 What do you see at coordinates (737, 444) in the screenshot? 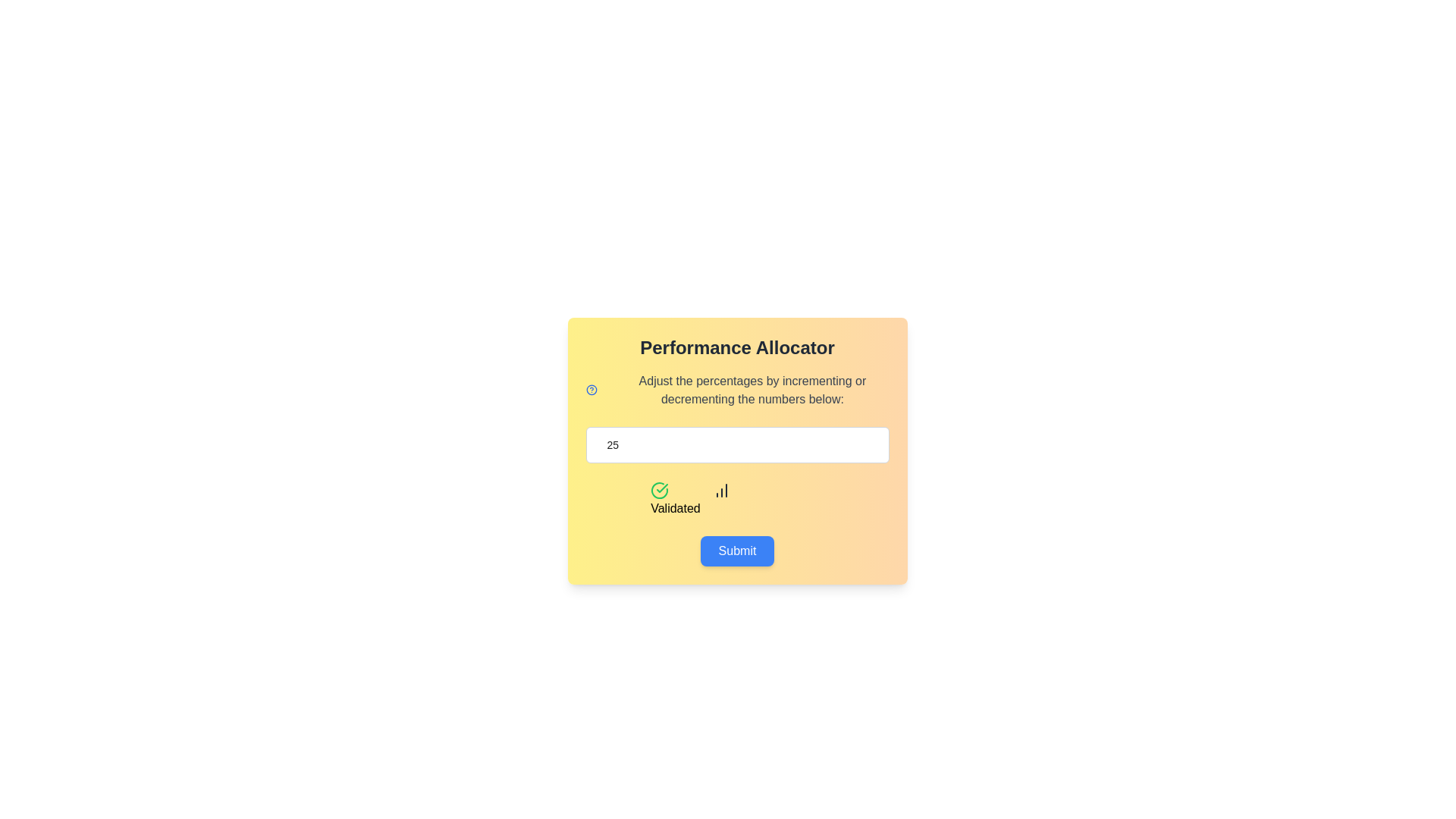
I see `the Numeric Input Field, which is a rounded rectangular input area with a white background and light gray border, to focus on it for editing` at bounding box center [737, 444].